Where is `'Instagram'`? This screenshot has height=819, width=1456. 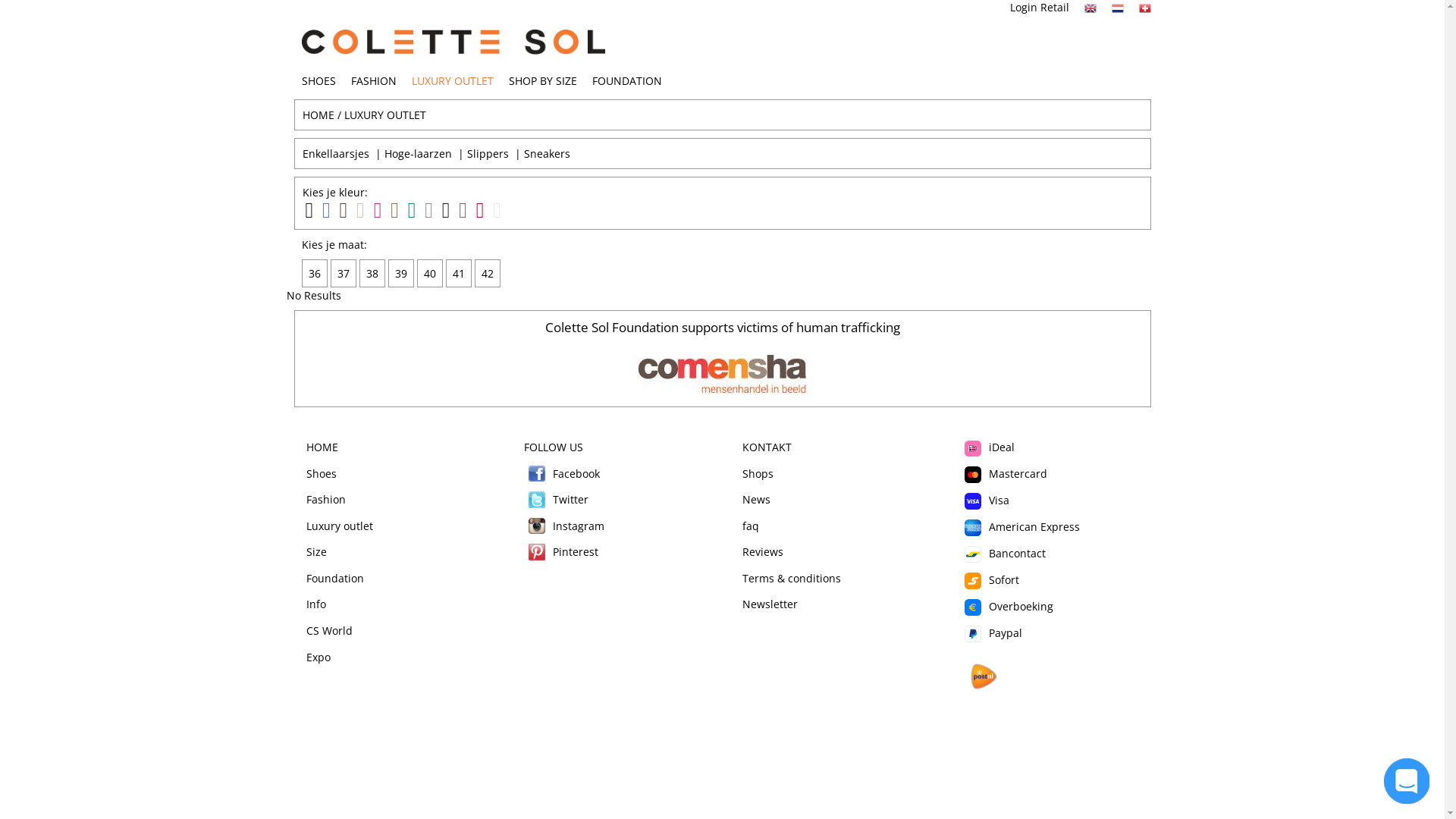
'Instagram' is located at coordinates (537, 526).